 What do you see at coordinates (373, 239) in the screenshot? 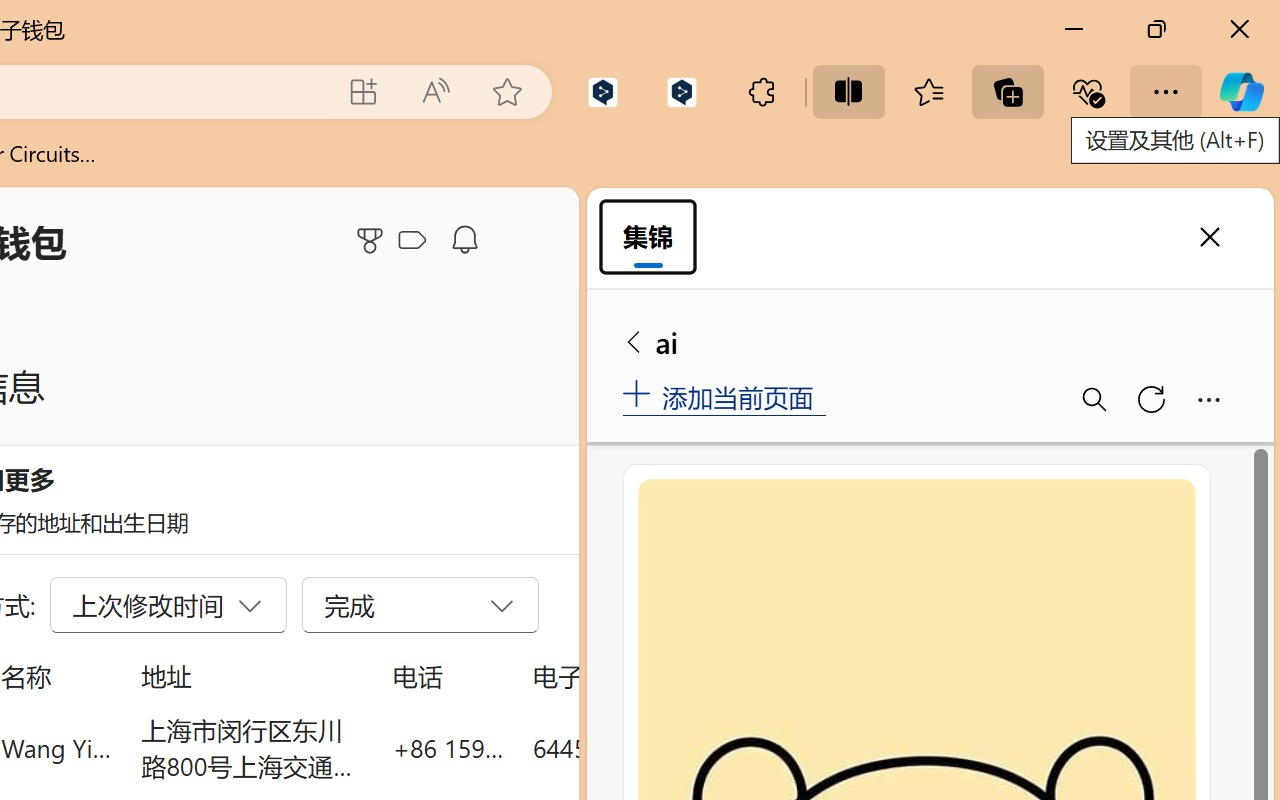
I see `'Microsoft Rewards'` at bounding box center [373, 239].